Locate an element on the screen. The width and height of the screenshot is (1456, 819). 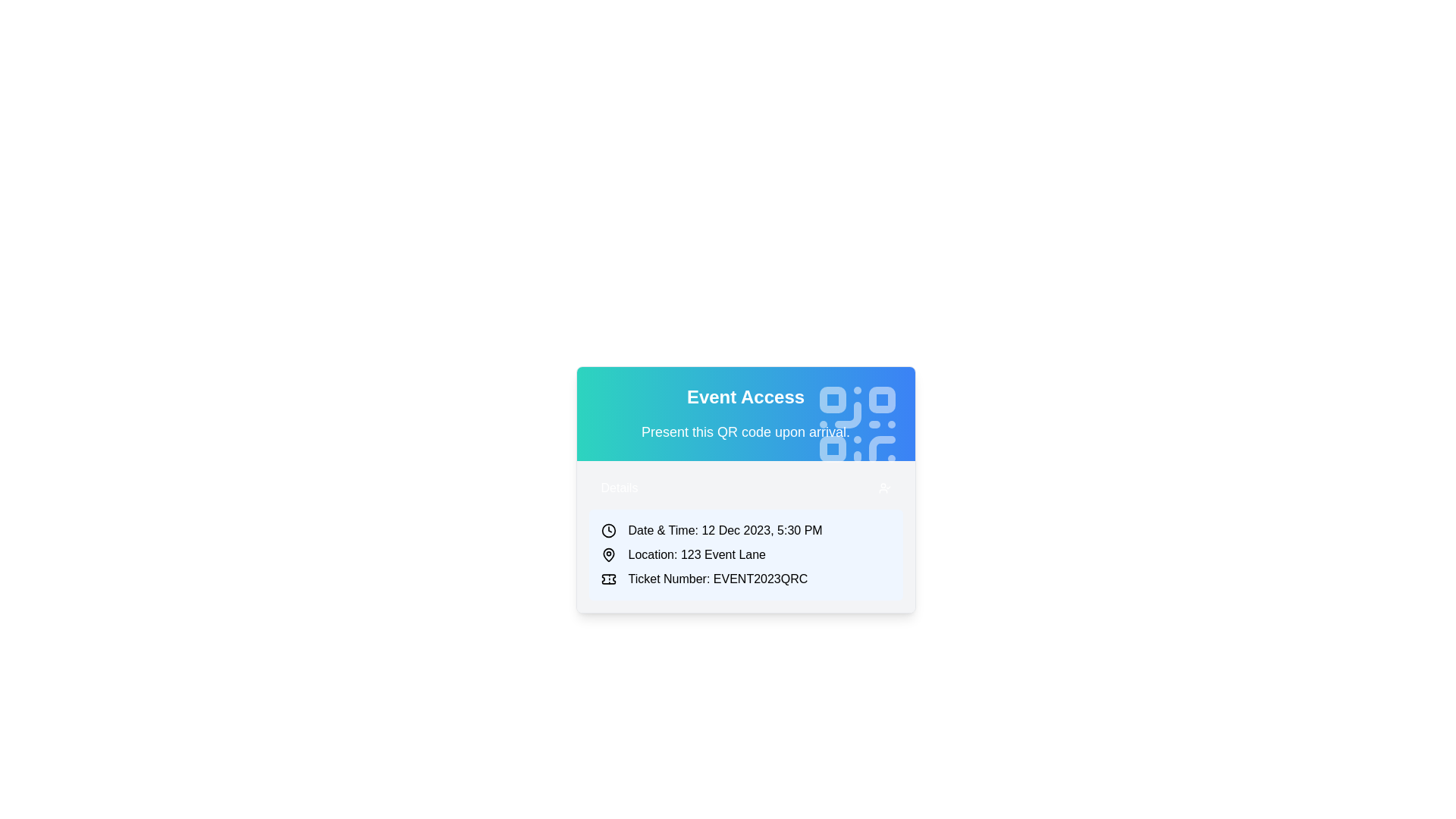
the third graphical rectangle element in the bottom-left corner of the QR code grouping, which contributes to the QR code representation is located at coordinates (832, 447).